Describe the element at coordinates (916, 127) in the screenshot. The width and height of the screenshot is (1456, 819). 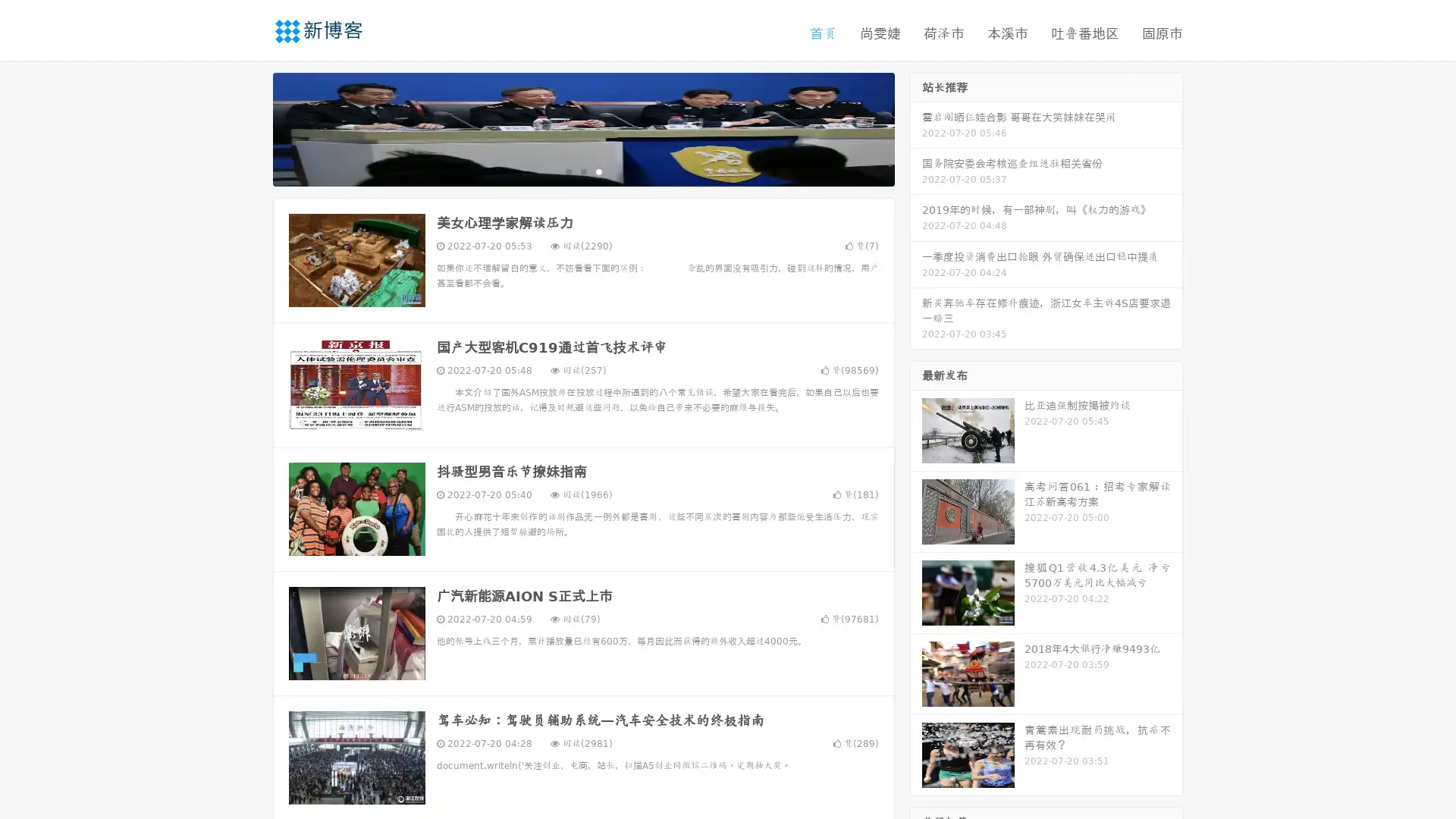
I see `Next slide` at that location.